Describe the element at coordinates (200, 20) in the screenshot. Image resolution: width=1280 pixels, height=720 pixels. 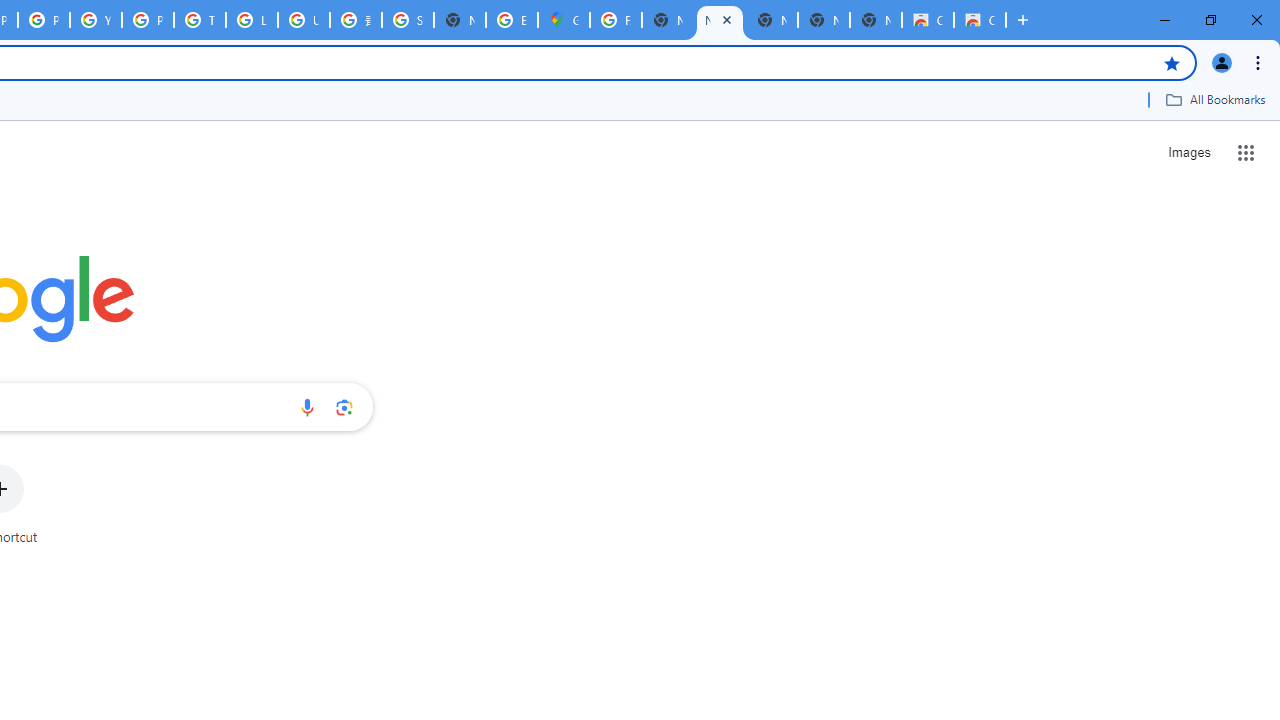
I see `'Tips & tricks for Chrome - Google Chrome Help'` at that location.